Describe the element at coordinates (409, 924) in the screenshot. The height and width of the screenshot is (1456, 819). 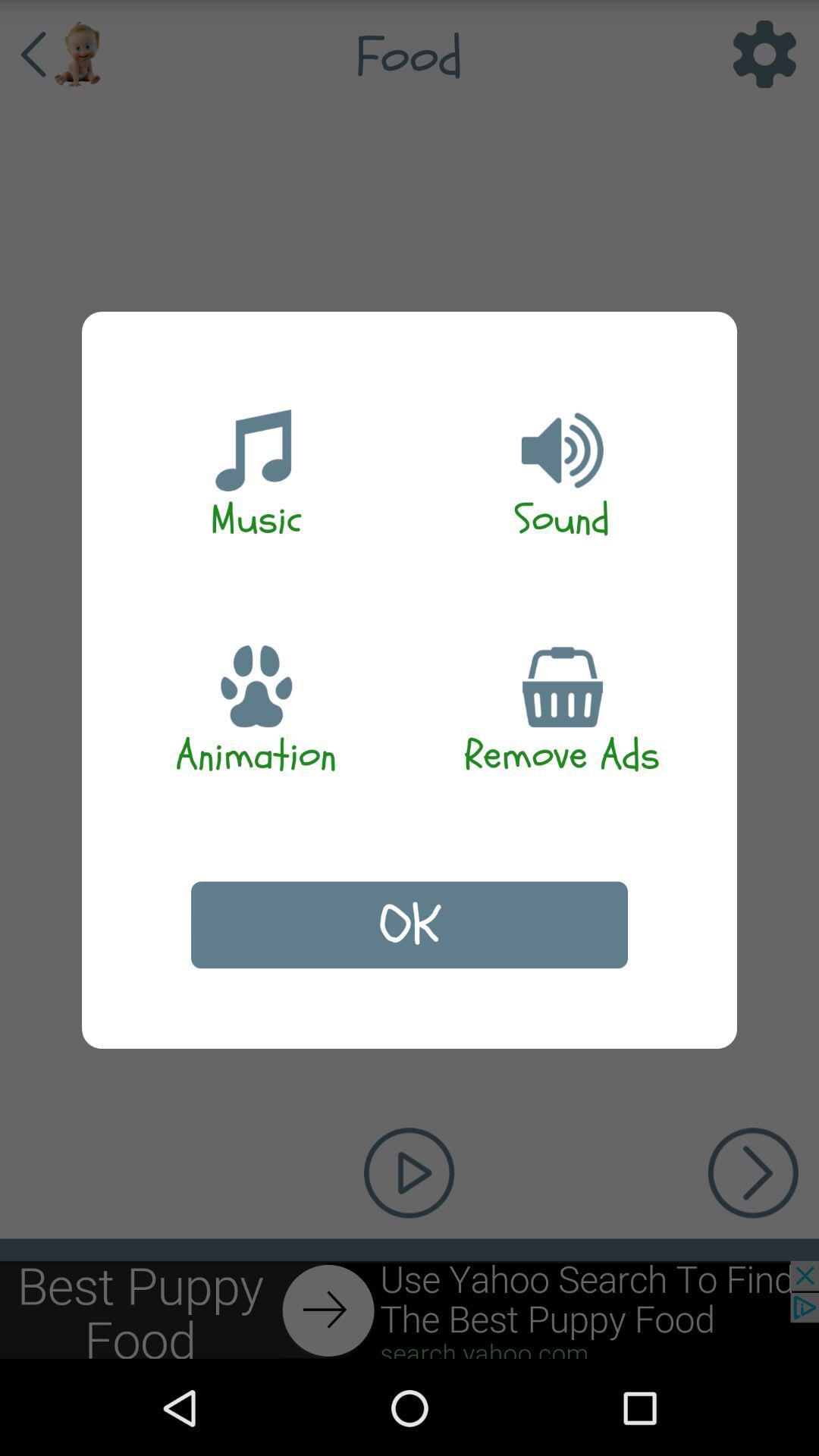
I see `app below the animation item` at that location.